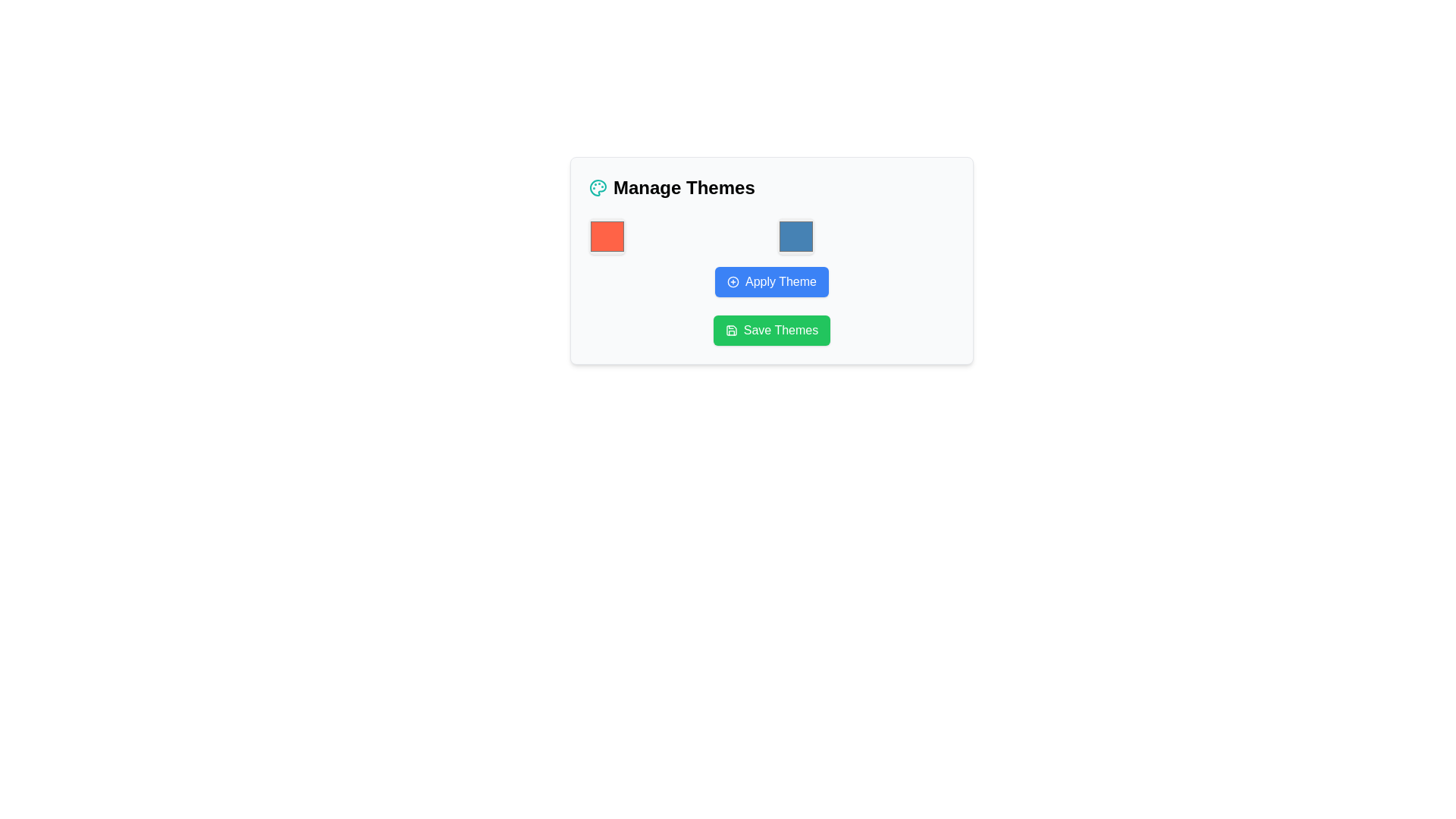  I want to click on the 'Apply Theme' button located, so click(771, 256).